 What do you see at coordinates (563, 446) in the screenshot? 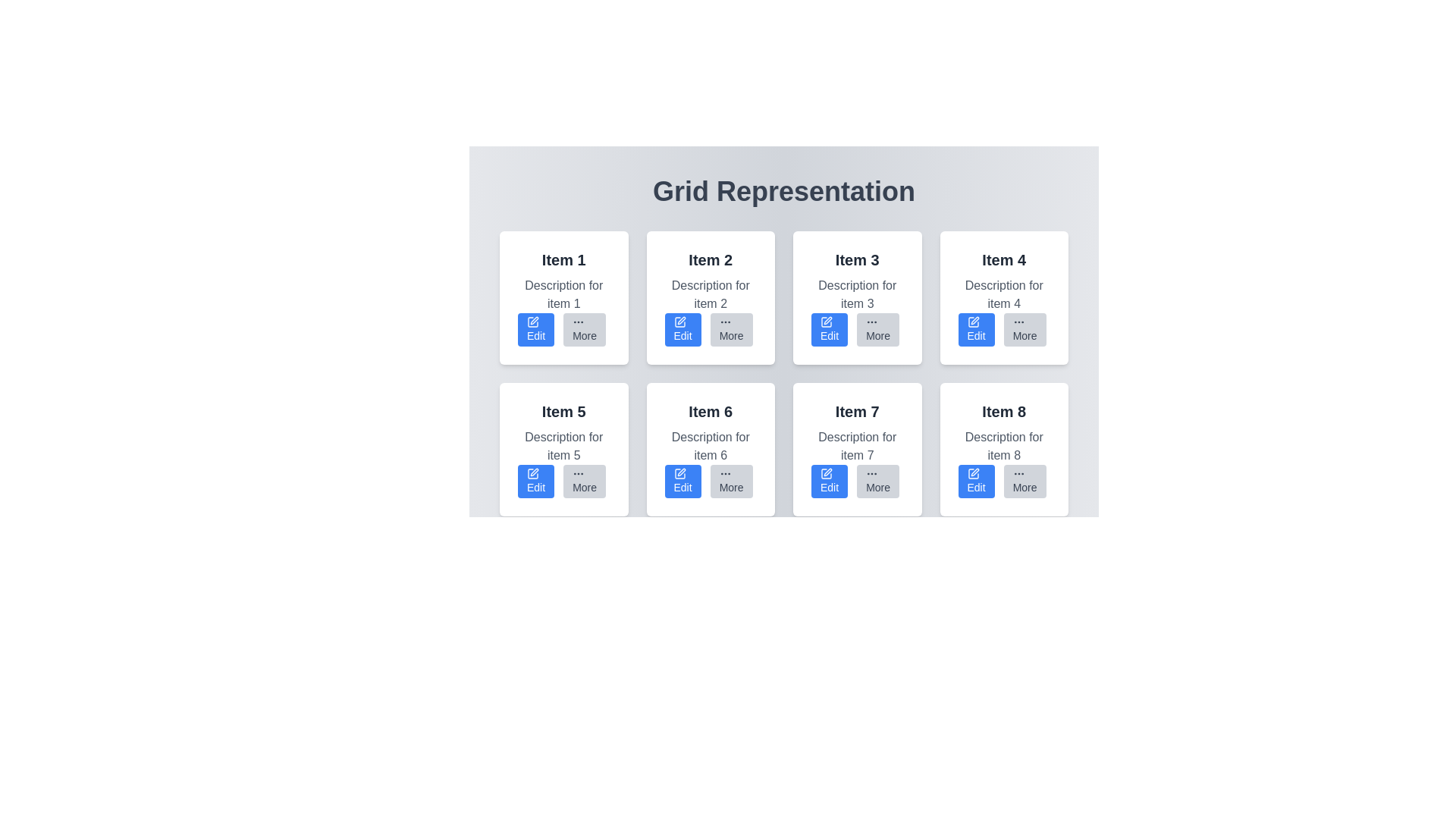
I see `the static text displaying 'Description for item 5' located in the card under the title 'Item 5'` at bounding box center [563, 446].